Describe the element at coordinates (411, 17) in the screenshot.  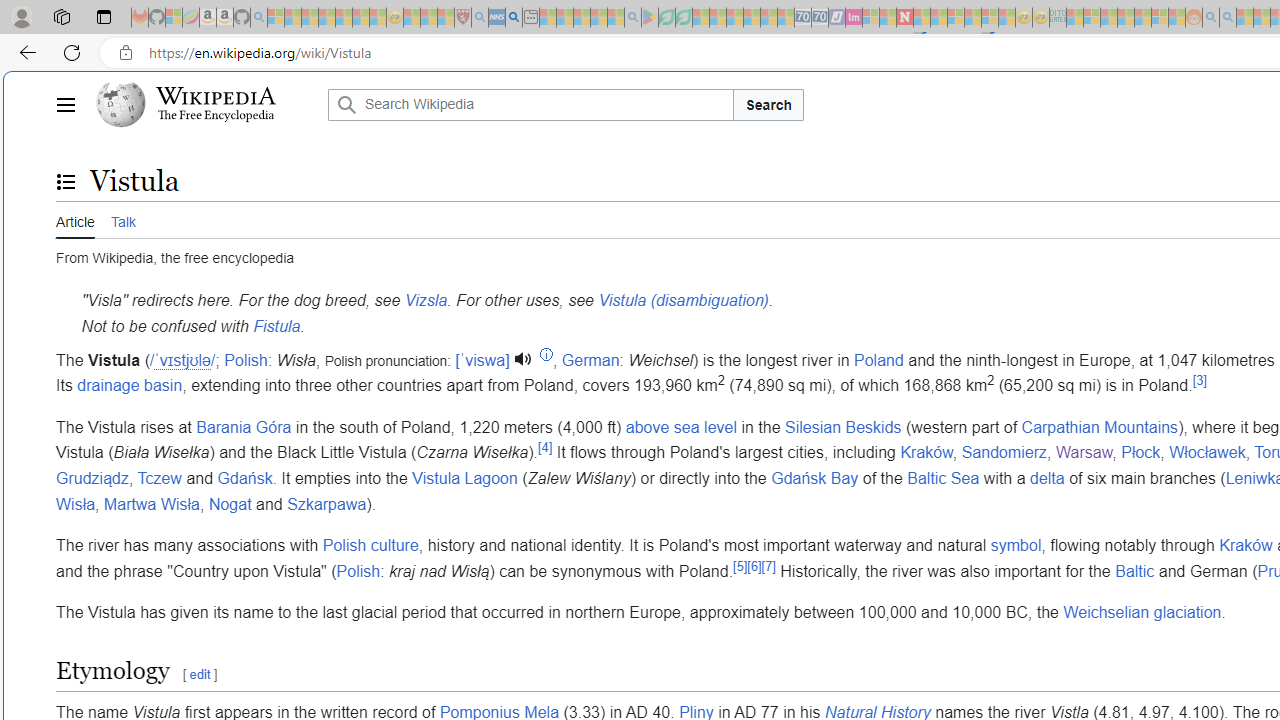
I see `'Recipes - MSN - Sleeping'` at that location.